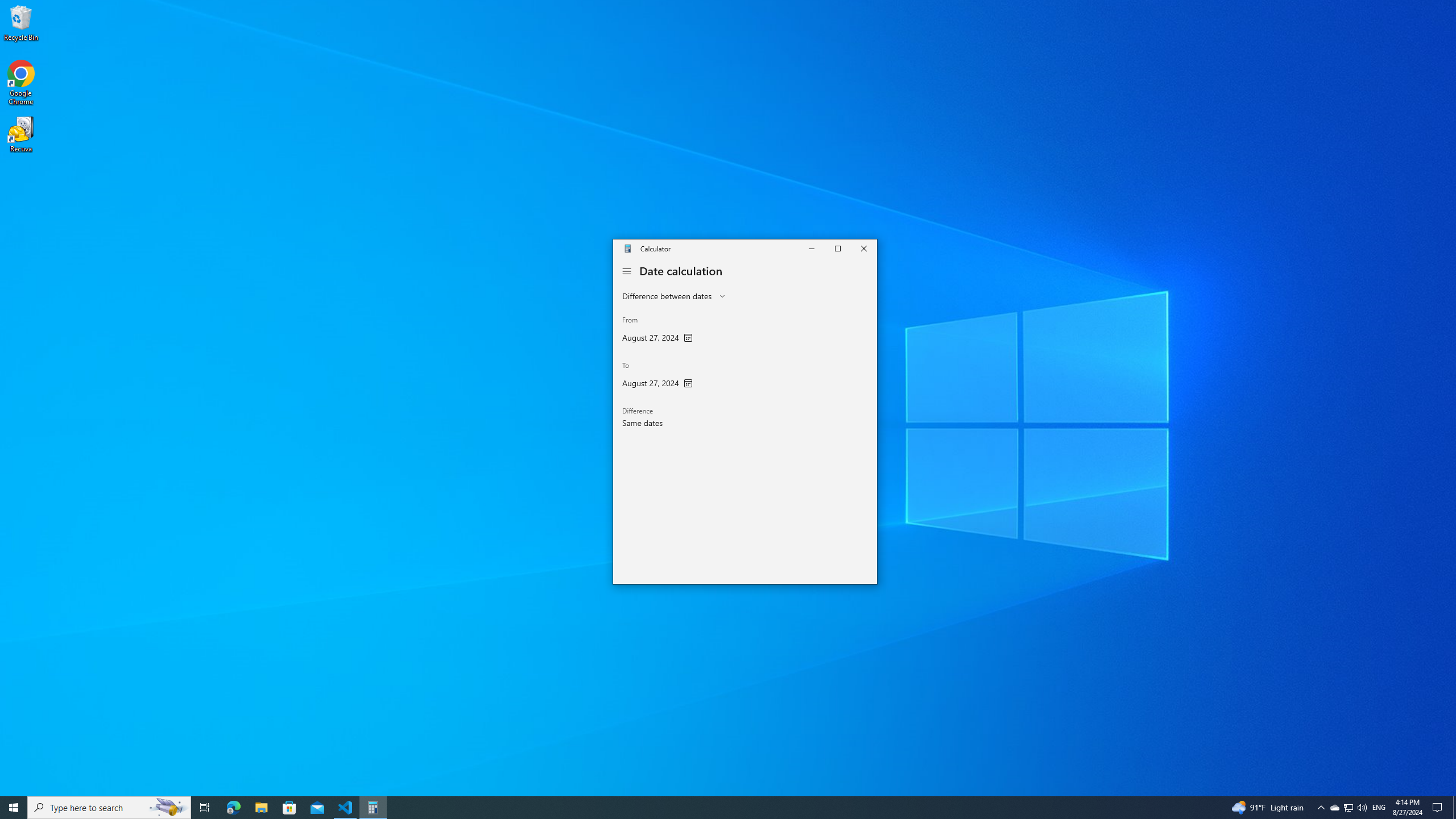 This screenshot has width=1456, height=819. Describe the element at coordinates (109, 806) in the screenshot. I see `'Type here to search'` at that location.